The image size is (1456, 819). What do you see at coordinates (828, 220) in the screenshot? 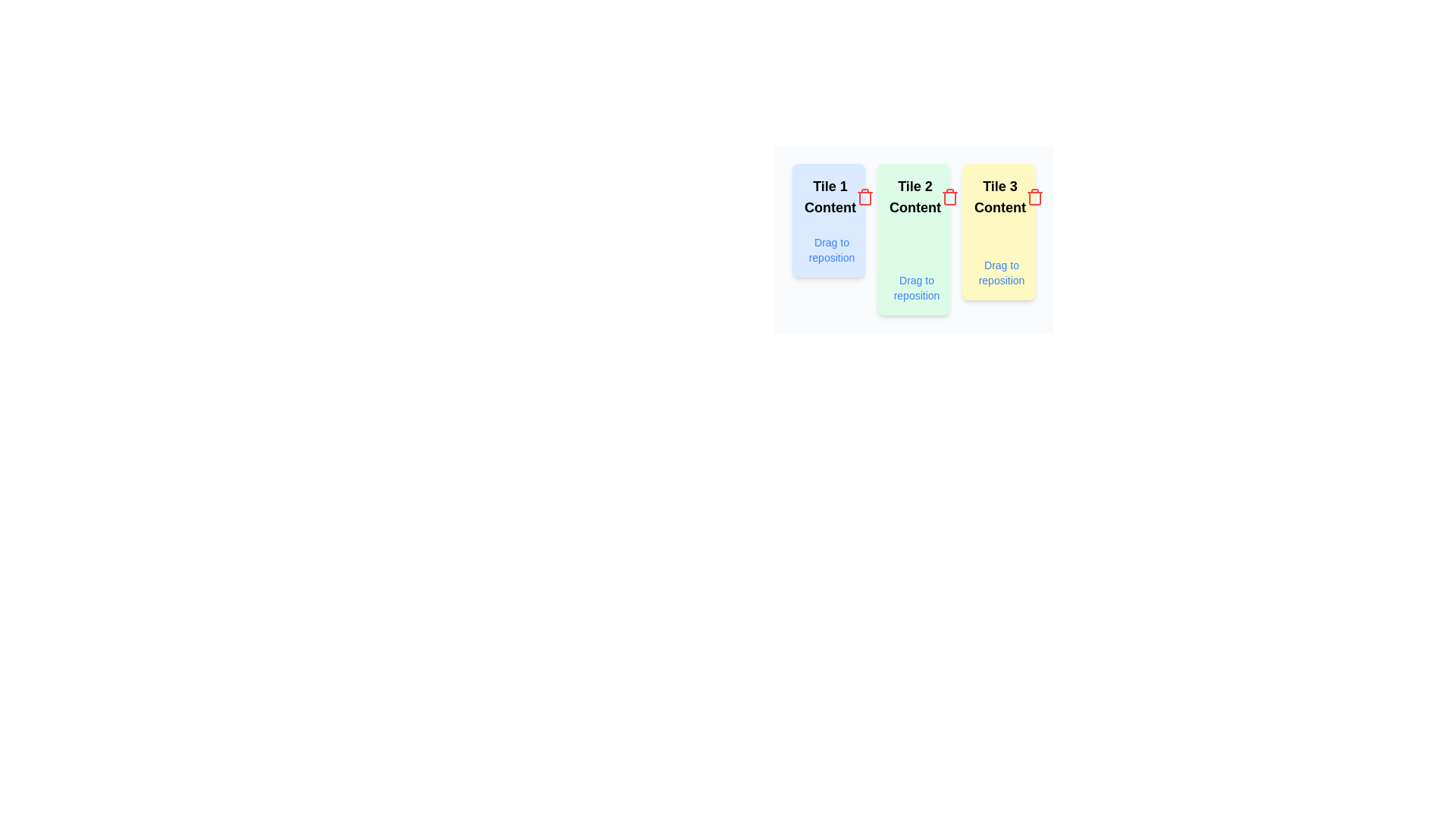
I see `the blue rectangular tile labeled 'Tile 1 Content' from its current position` at bounding box center [828, 220].